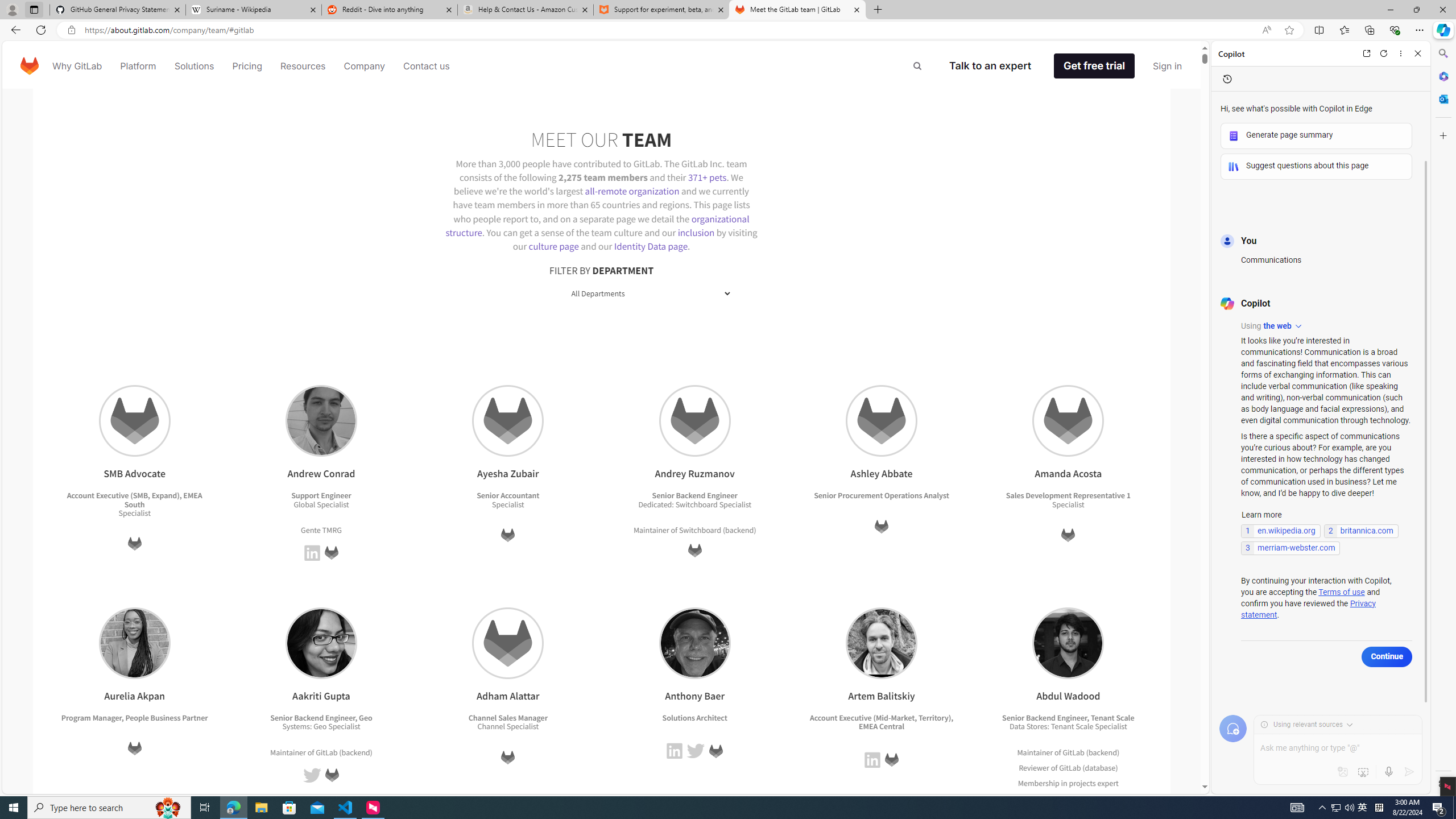 The width and height of the screenshot is (1456, 819). I want to click on 'Meet the GitLab team | GitLab', so click(797, 9).